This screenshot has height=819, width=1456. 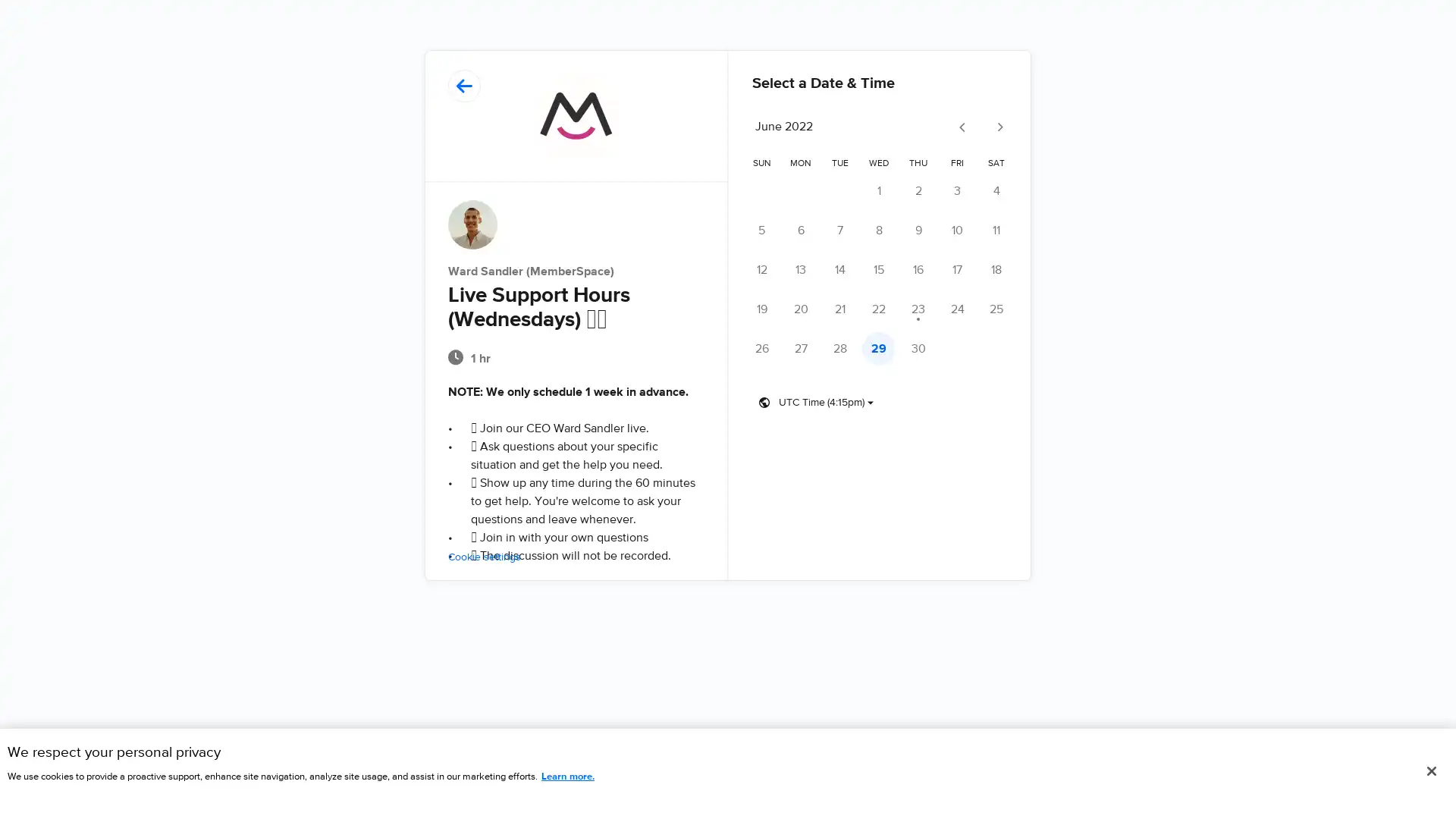 I want to click on Wednesday, June 29 - Times available, so click(x=878, y=348).